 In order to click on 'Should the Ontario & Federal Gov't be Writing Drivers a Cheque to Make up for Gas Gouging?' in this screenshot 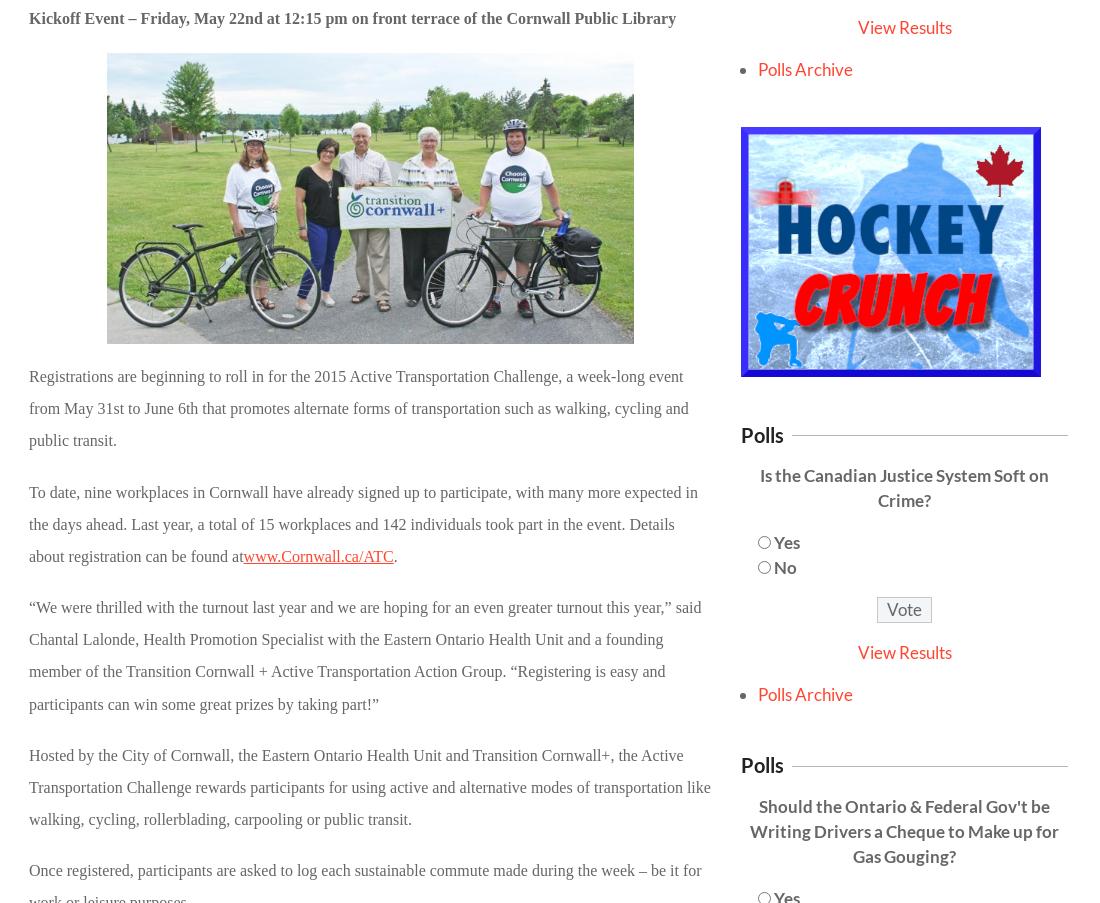, I will do `click(904, 829)`.